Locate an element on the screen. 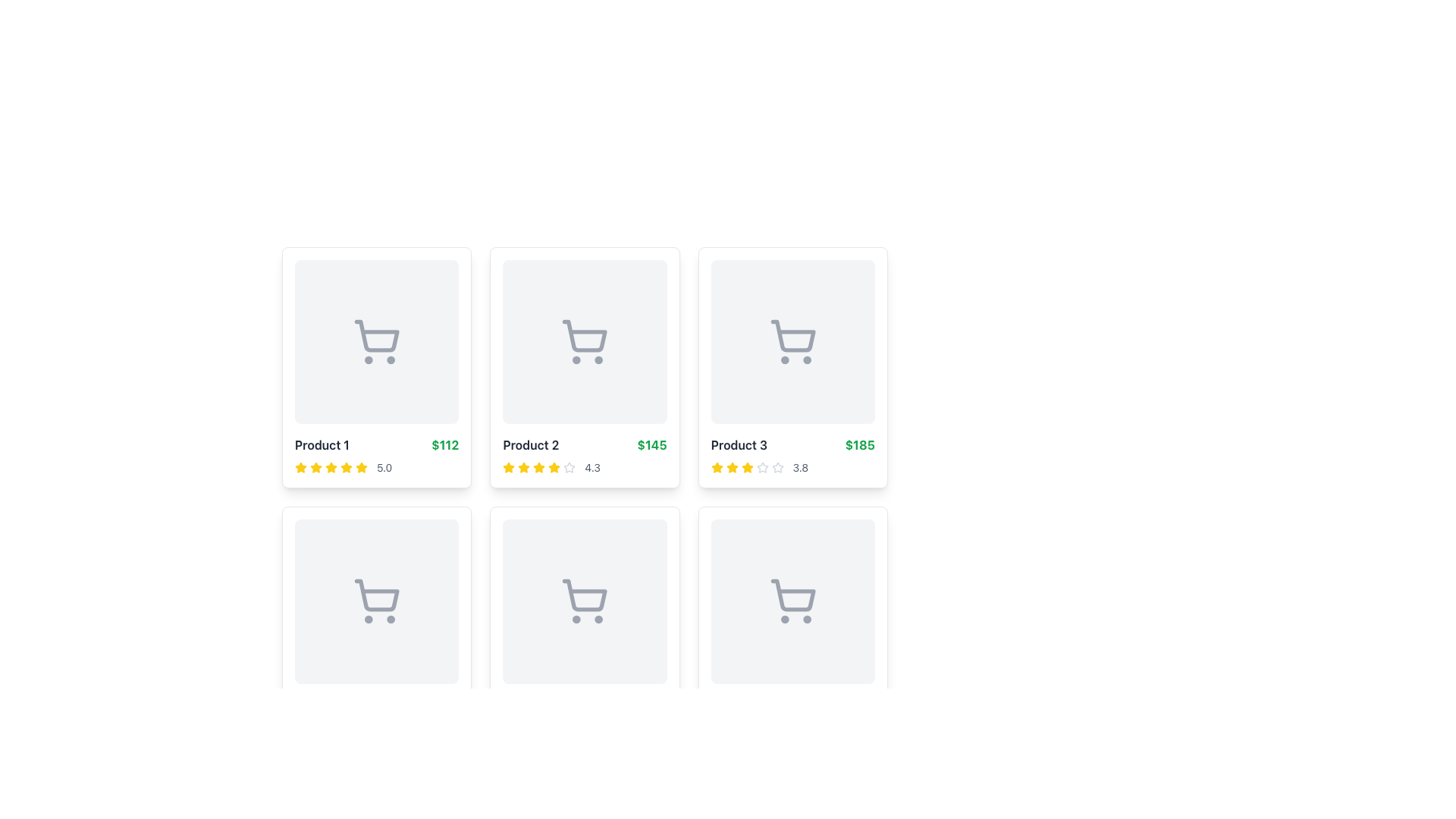 The height and width of the screenshot is (819, 1456). the shopping cart icon, which is a modern, minimalistic outline icon located in the second row, first column of the product grid layout is located at coordinates (377, 601).